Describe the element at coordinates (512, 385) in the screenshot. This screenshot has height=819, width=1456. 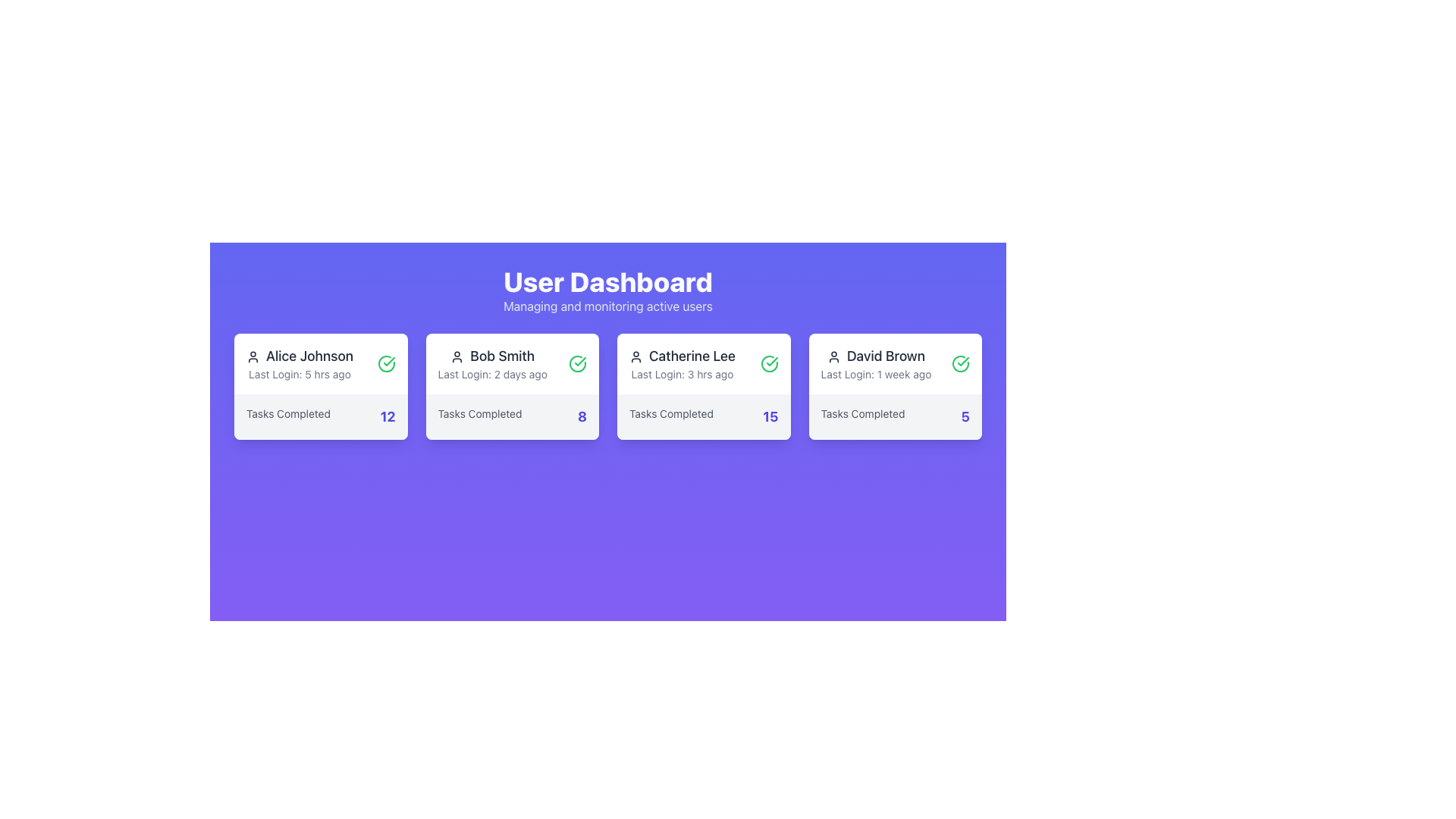
I see `the Informational card displaying 'Bob Smith' with the user silhouette icon, which is the second card in the grid` at that location.